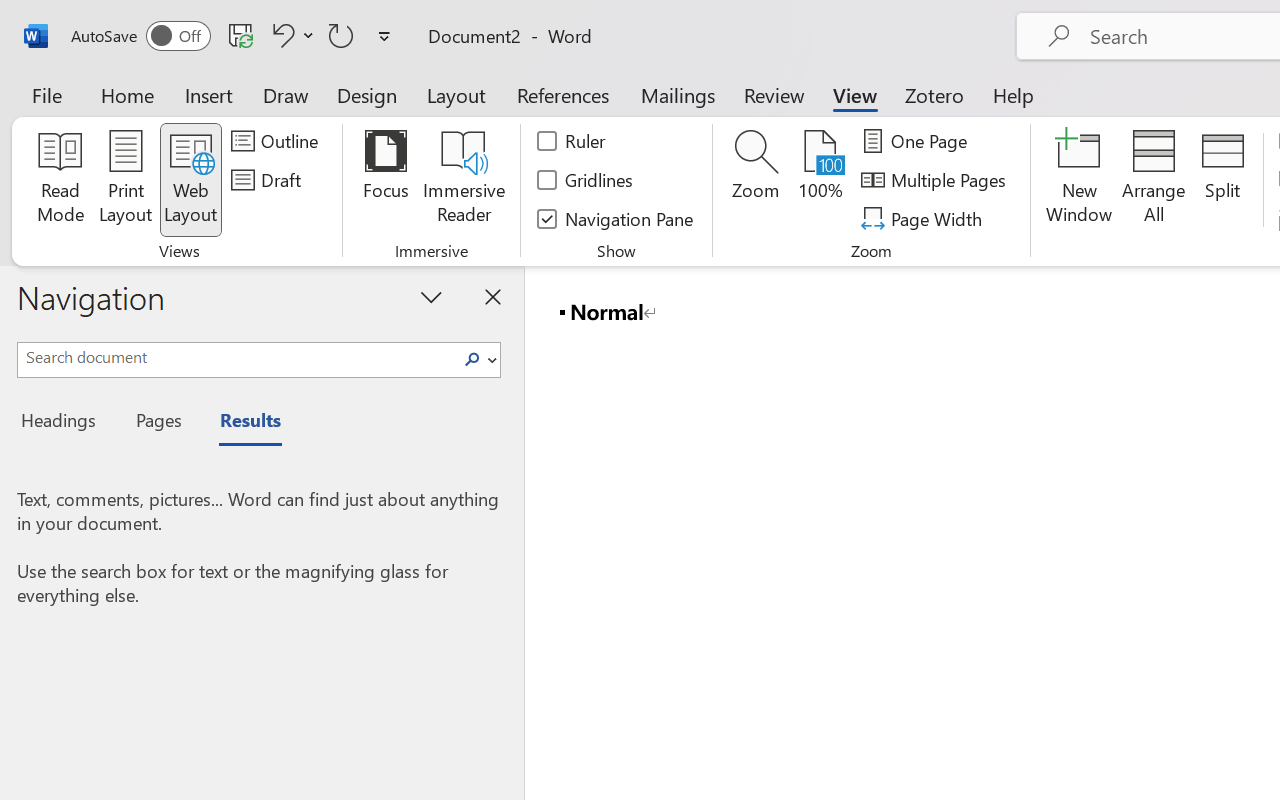 This screenshot has height=800, width=1280. I want to click on 'Results', so click(240, 423).